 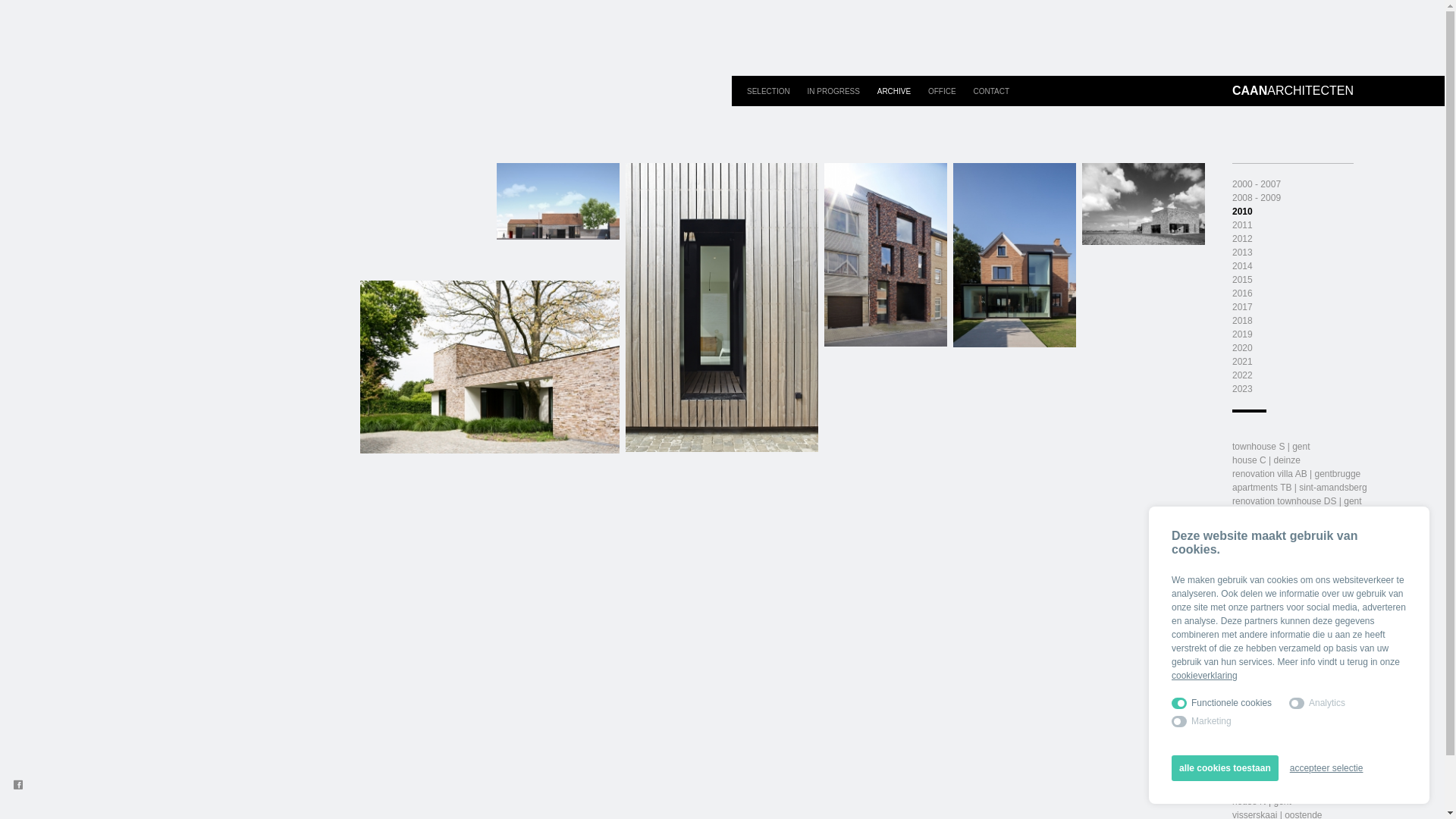 I want to click on '2015', so click(x=1242, y=280).